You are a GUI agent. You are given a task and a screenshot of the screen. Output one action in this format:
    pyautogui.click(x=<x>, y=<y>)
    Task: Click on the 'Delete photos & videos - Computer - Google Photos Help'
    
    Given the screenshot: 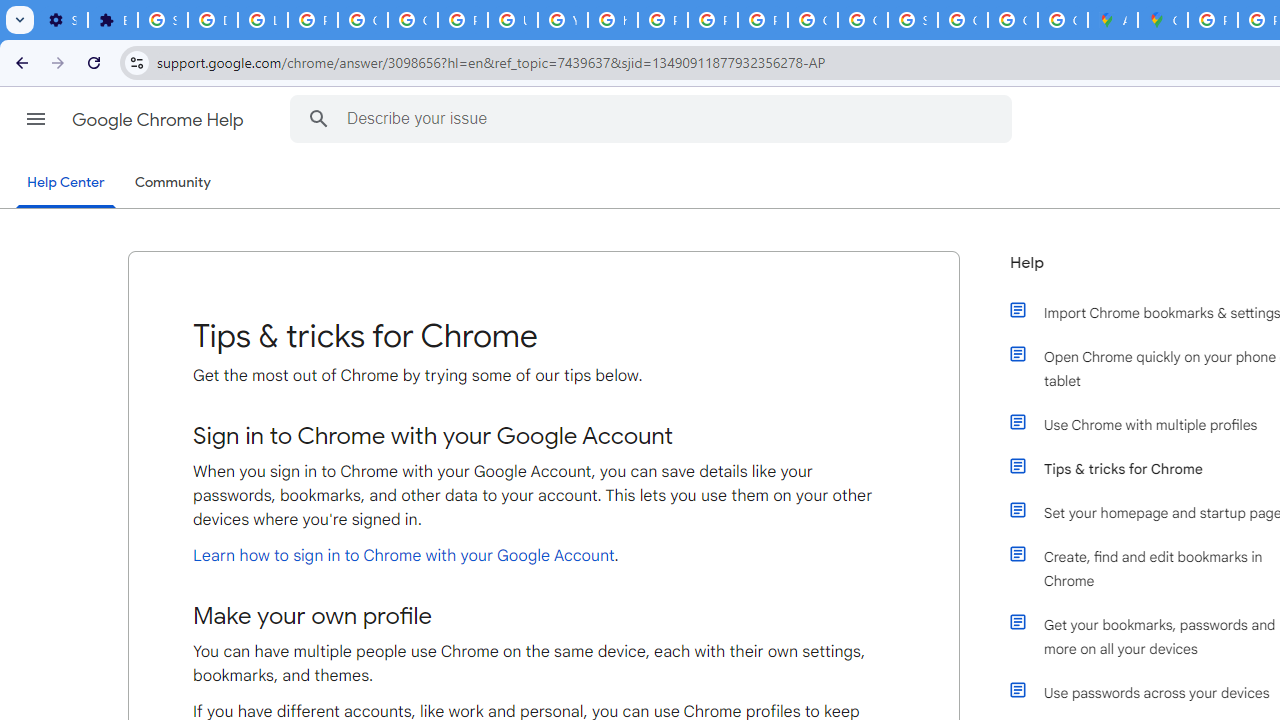 What is the action you would take?
    pyautogui.click(x=213, y=20)
    